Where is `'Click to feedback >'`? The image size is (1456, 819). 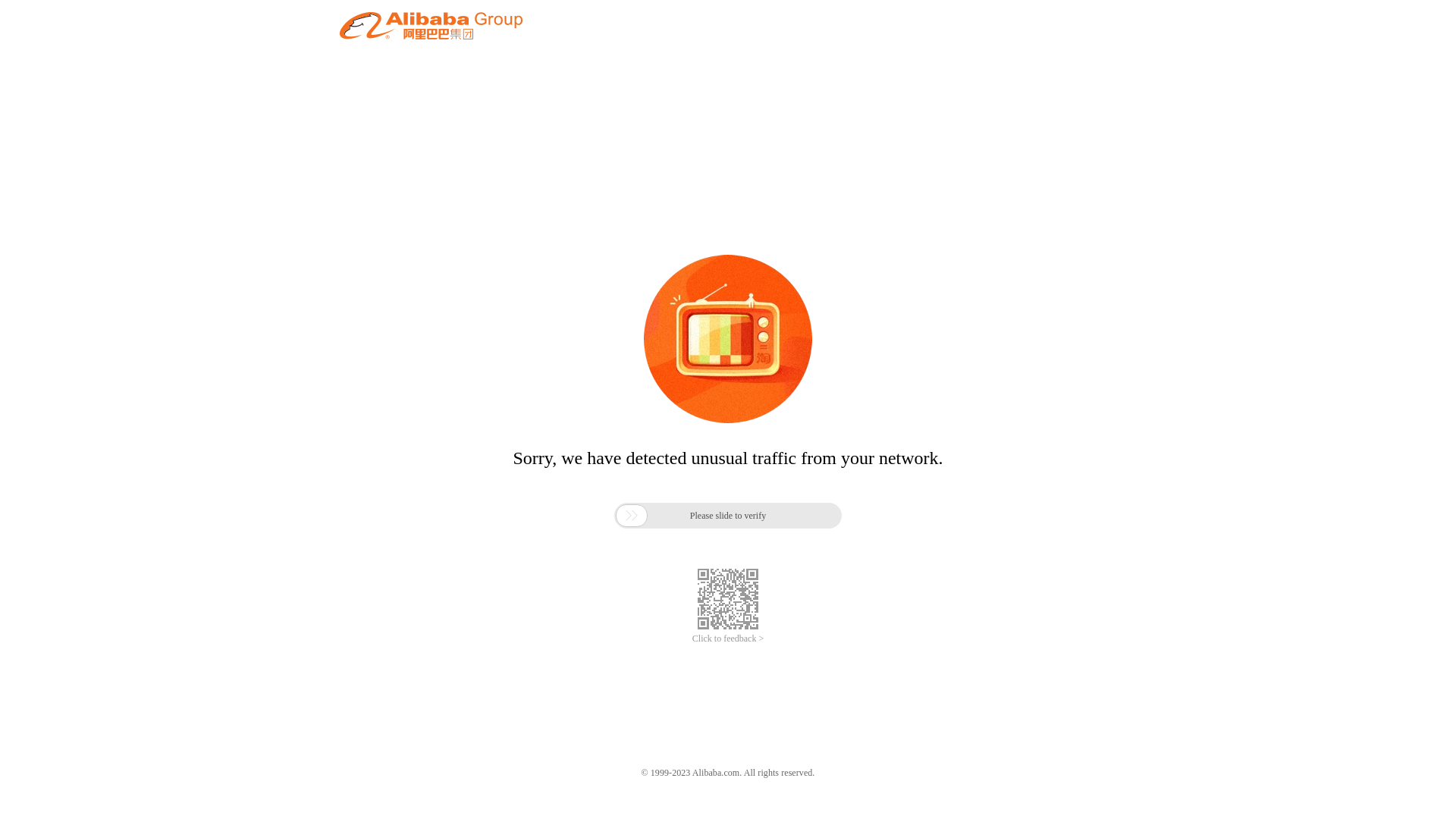
'Click to feedback >' is located at coordinates (728, 639).